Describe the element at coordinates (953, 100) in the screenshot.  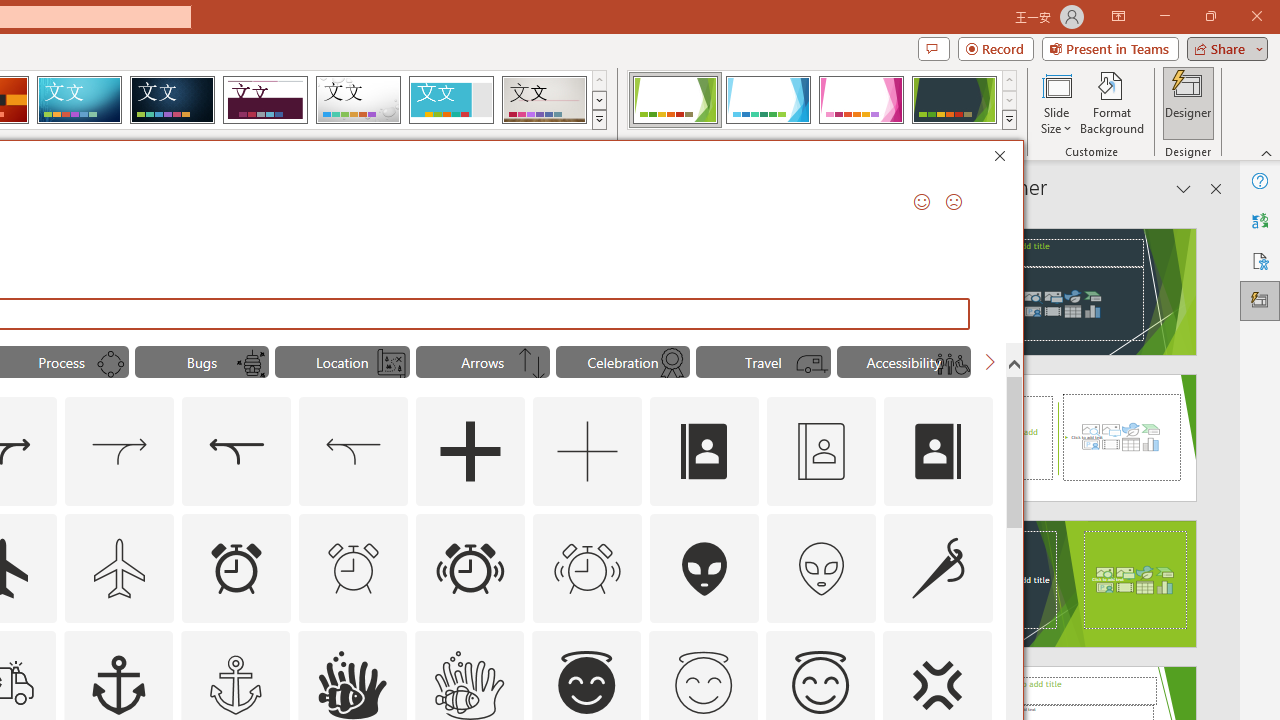
I see `'Facet Variant 4'` at that location.